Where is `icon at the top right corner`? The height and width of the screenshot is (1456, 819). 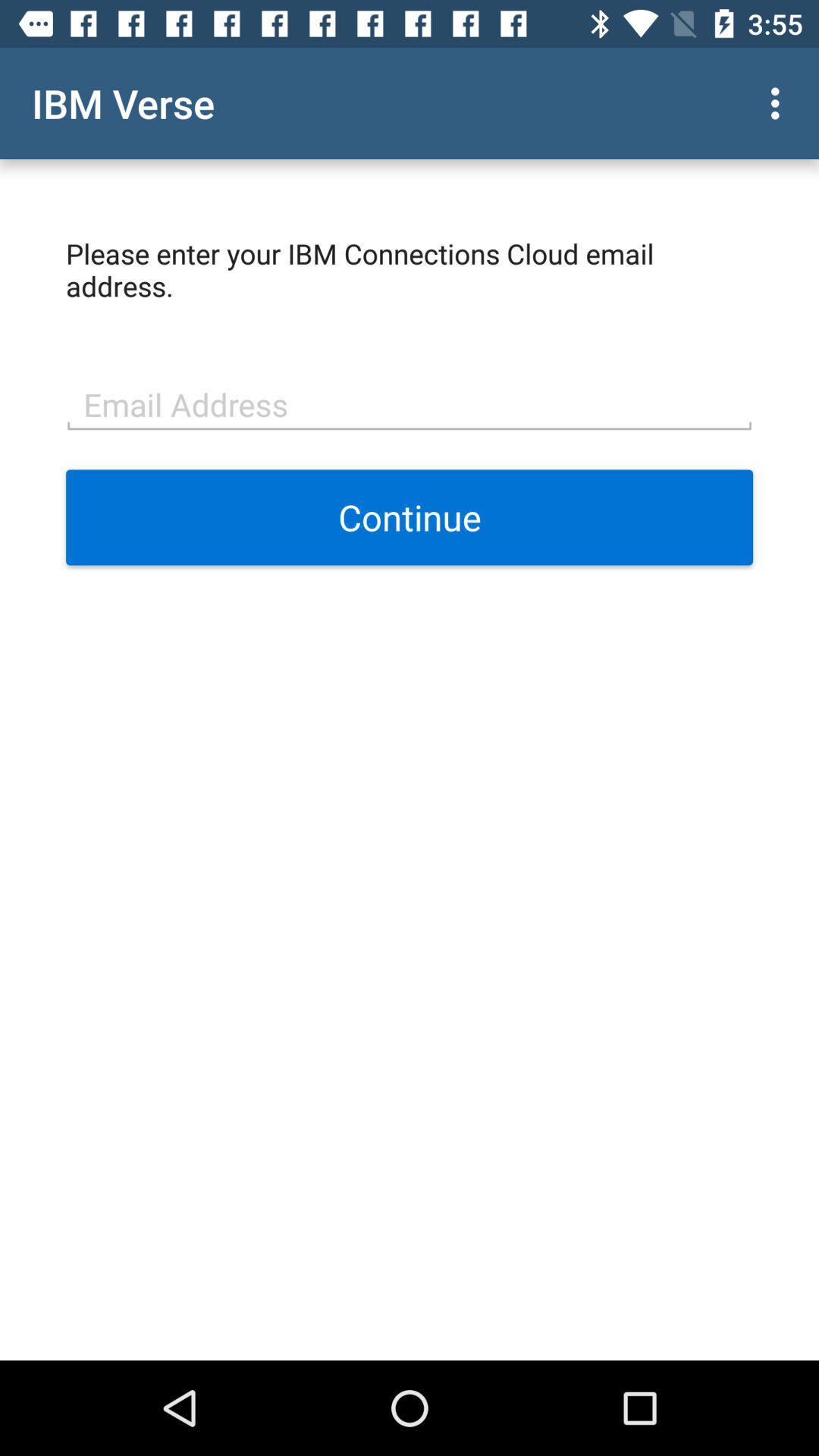
icon at the top right corner is located at coordinates (779, 102).